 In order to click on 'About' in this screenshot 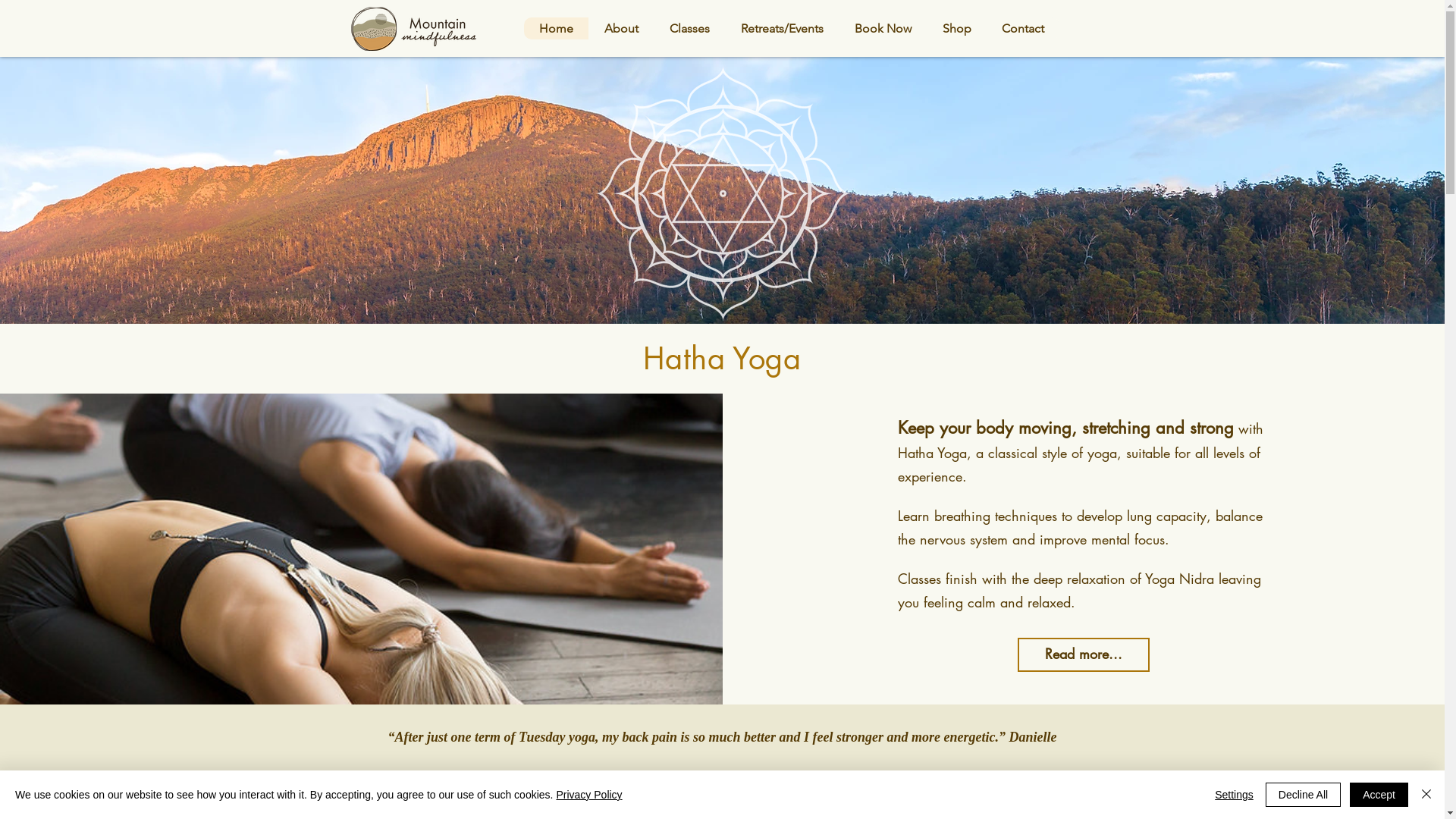, I will do `click(588, 28)`.